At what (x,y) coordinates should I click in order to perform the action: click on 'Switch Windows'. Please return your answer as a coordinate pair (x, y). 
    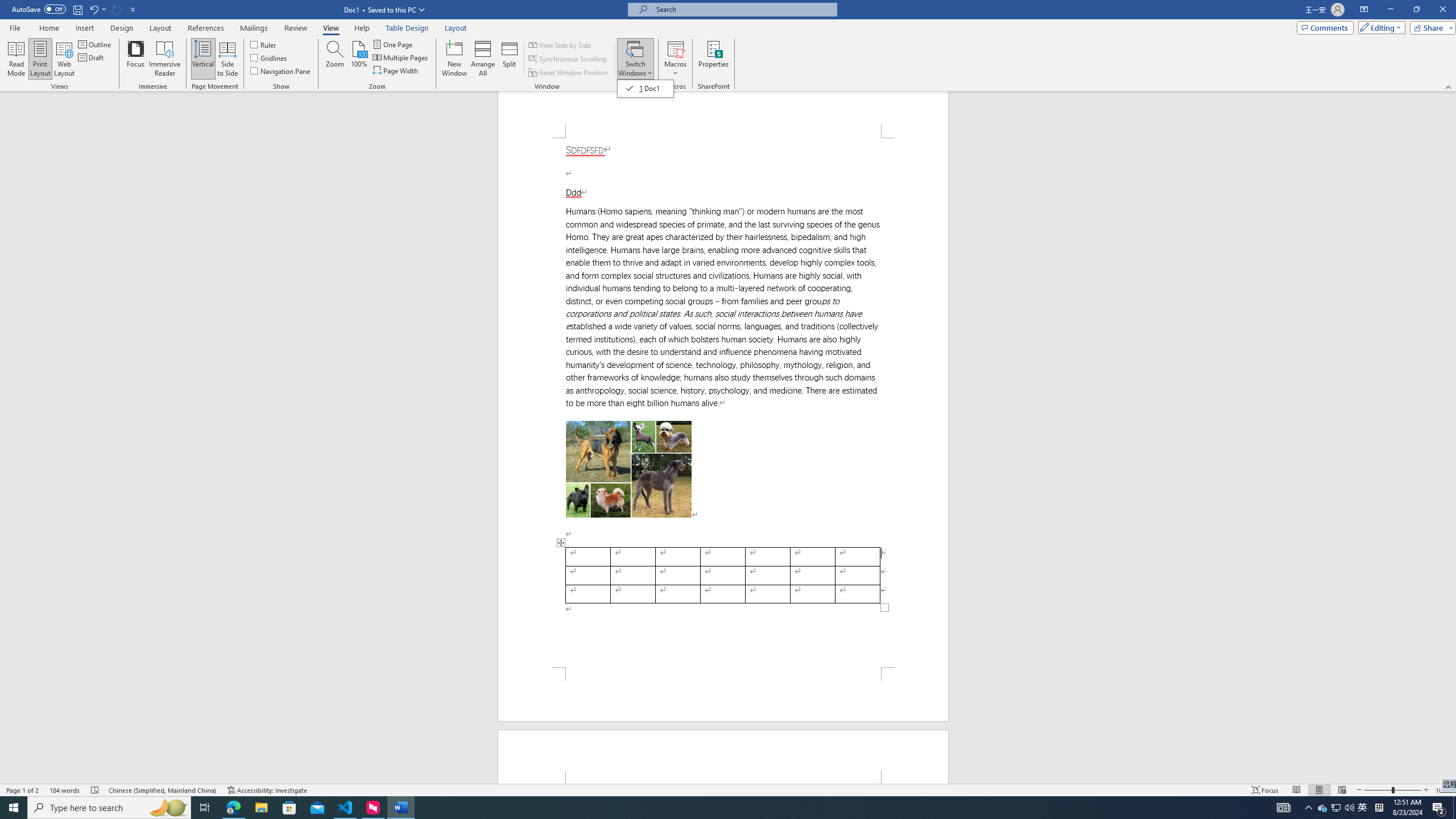
    Looking at the image, I should click on (645, 88).